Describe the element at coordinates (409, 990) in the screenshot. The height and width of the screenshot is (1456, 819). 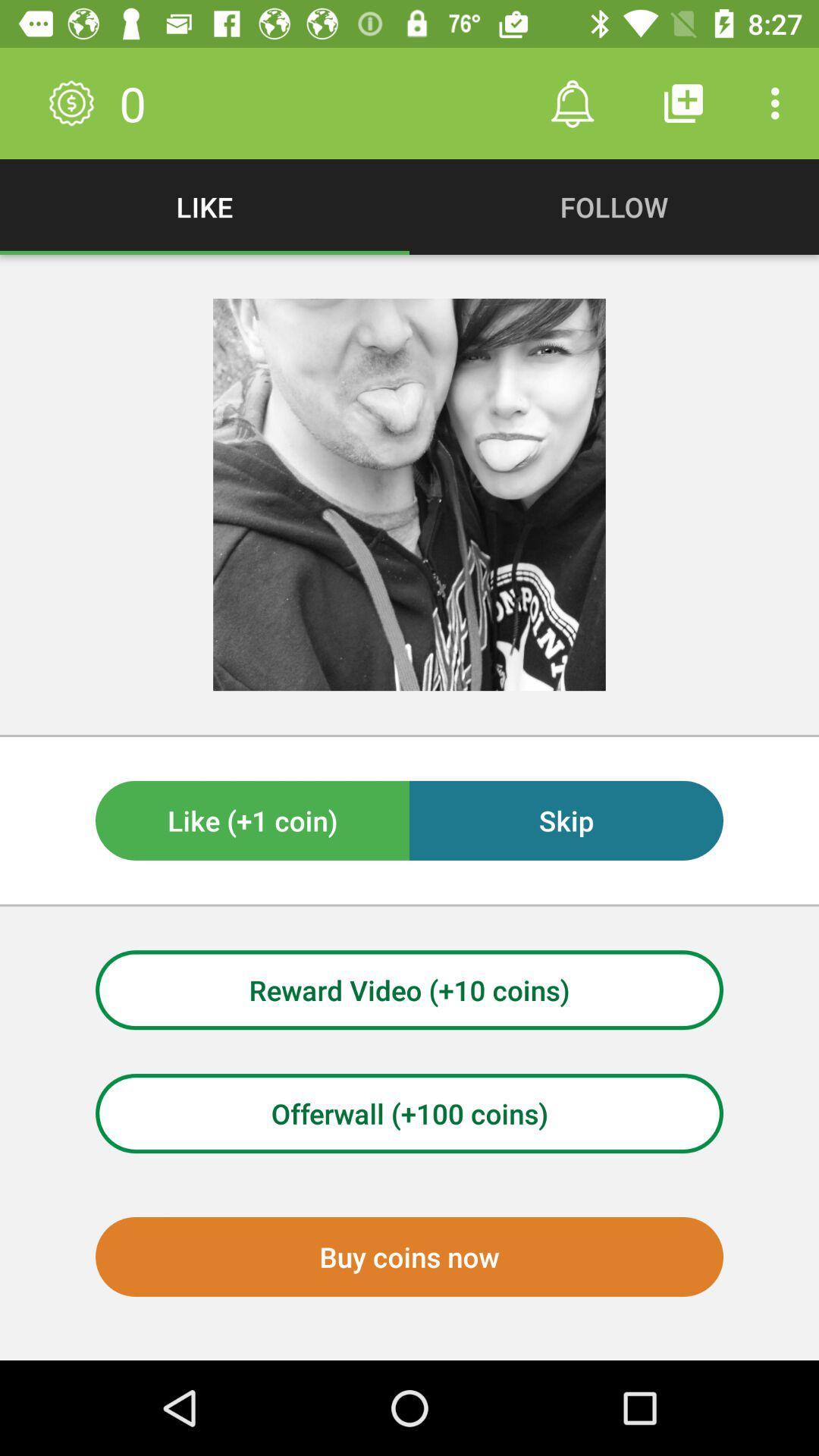
I see `the reward video 10 icon` at that location.